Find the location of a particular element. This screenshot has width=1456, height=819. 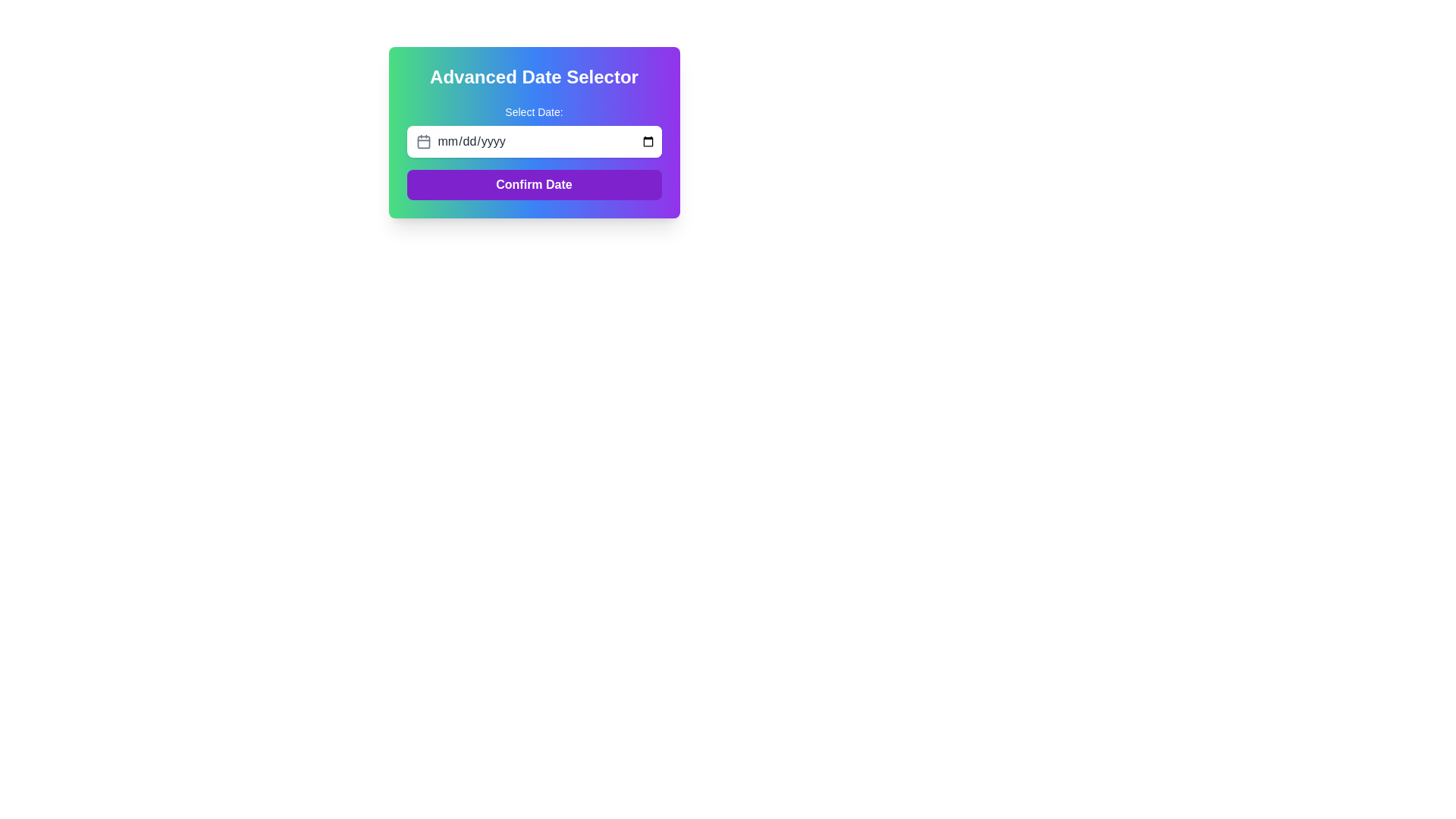

the 'Confirm Date' button is located at coordinates (534, 184).